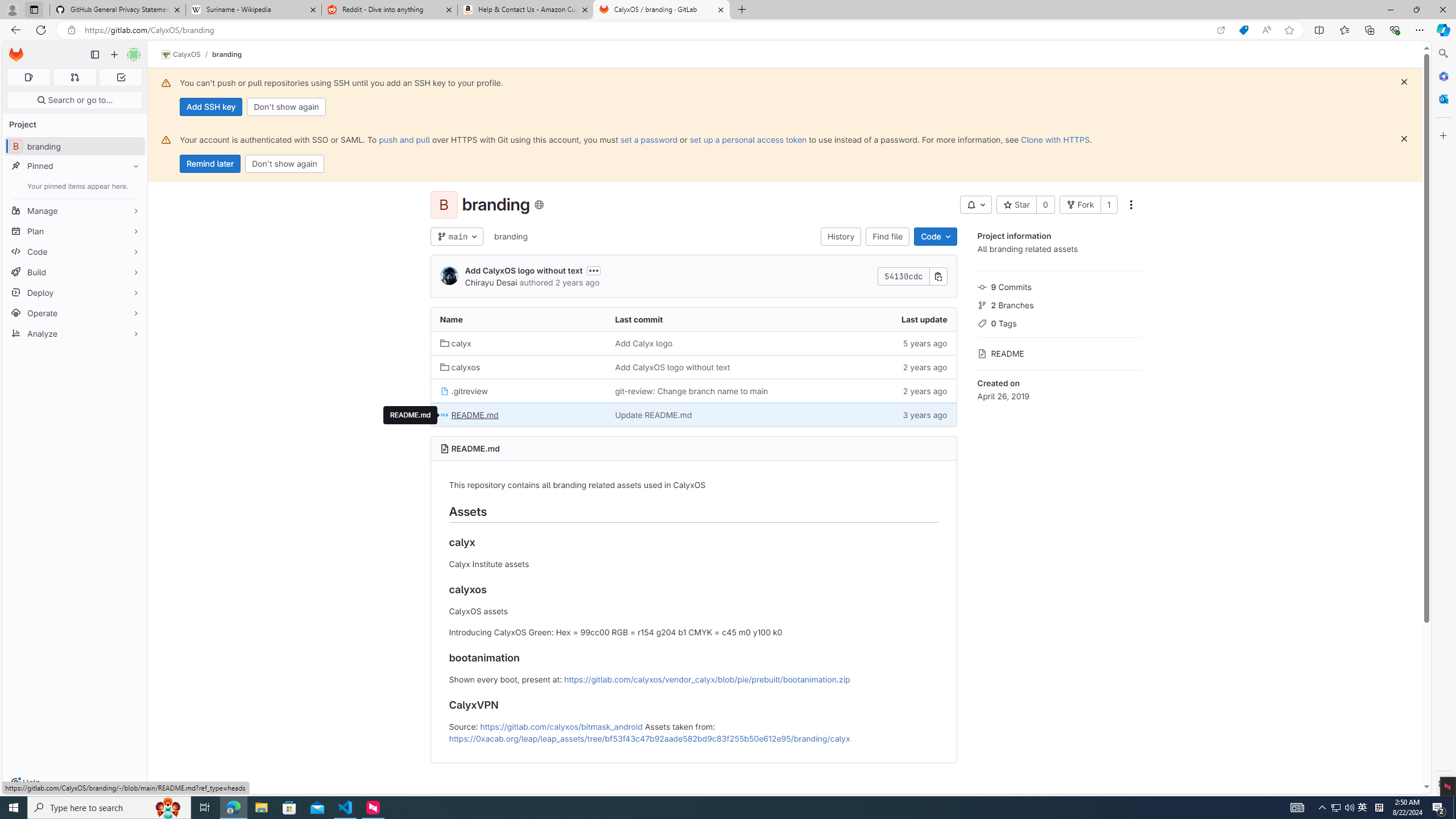  Describe the element at coordinates (186, 54) in the screenshot. I see `'CalyxOS/'` at that location.